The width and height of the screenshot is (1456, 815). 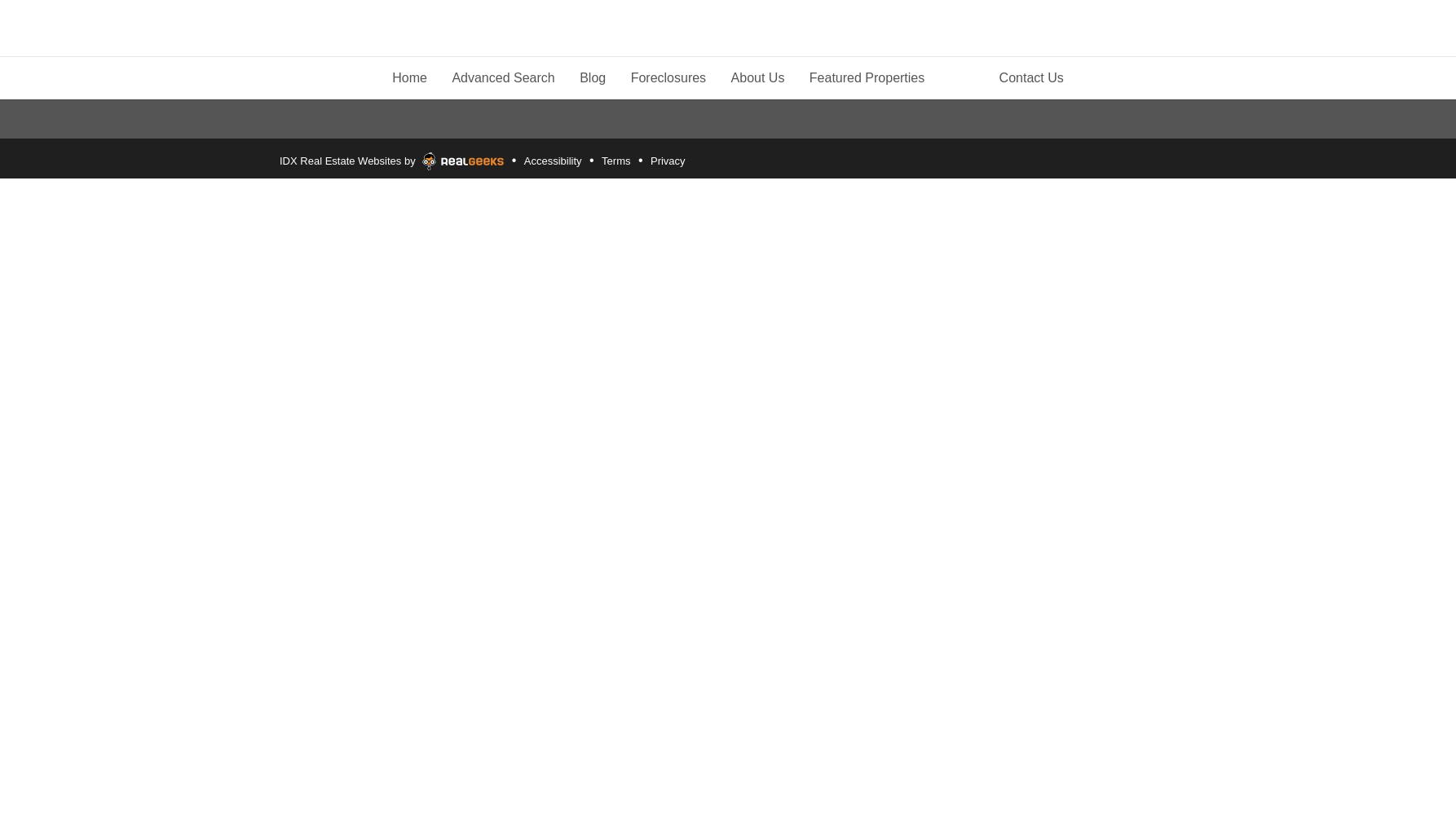 What do you see at coordinates (757, 76) in the screenshot?
I see `'About Us'` at bounding box center [757, 76].